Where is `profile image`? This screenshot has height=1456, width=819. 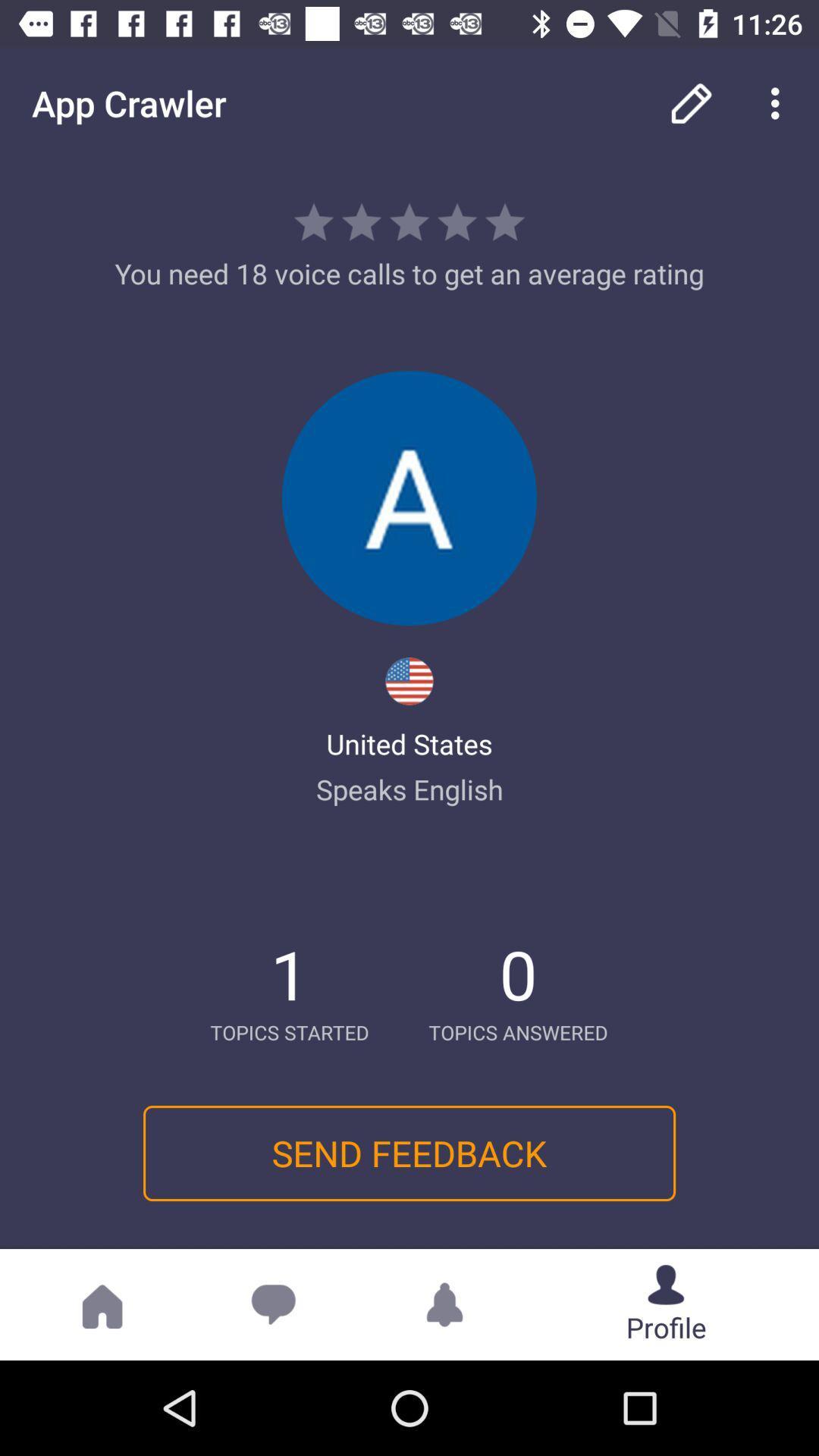 profile image is located at coordinates (409, 498).